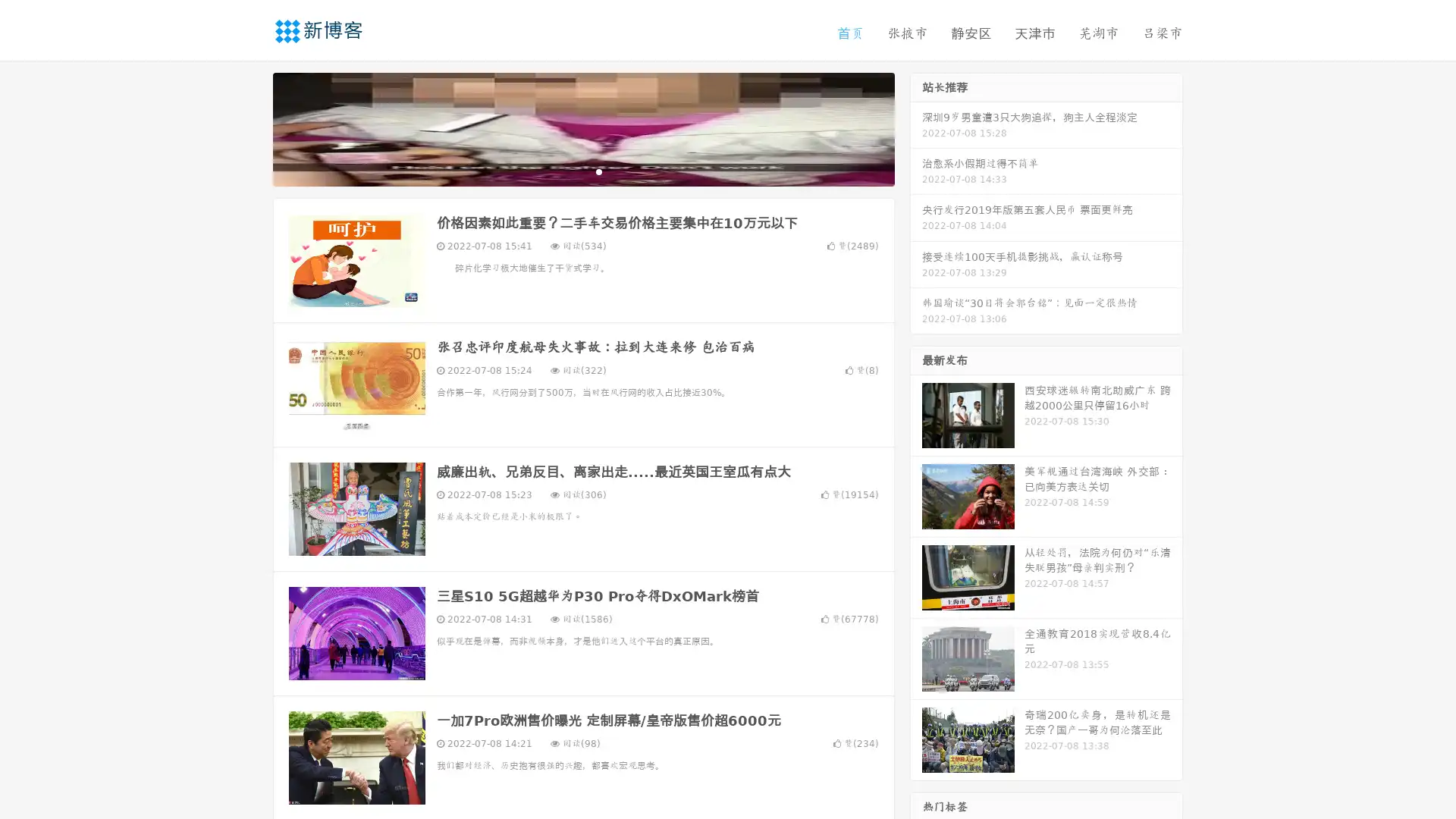 This screenshot has height=819, width=1456. What do you see at coordinates (250, 127) in the screenshot?
I see `Previous slide` at bounding box center [250, 127].